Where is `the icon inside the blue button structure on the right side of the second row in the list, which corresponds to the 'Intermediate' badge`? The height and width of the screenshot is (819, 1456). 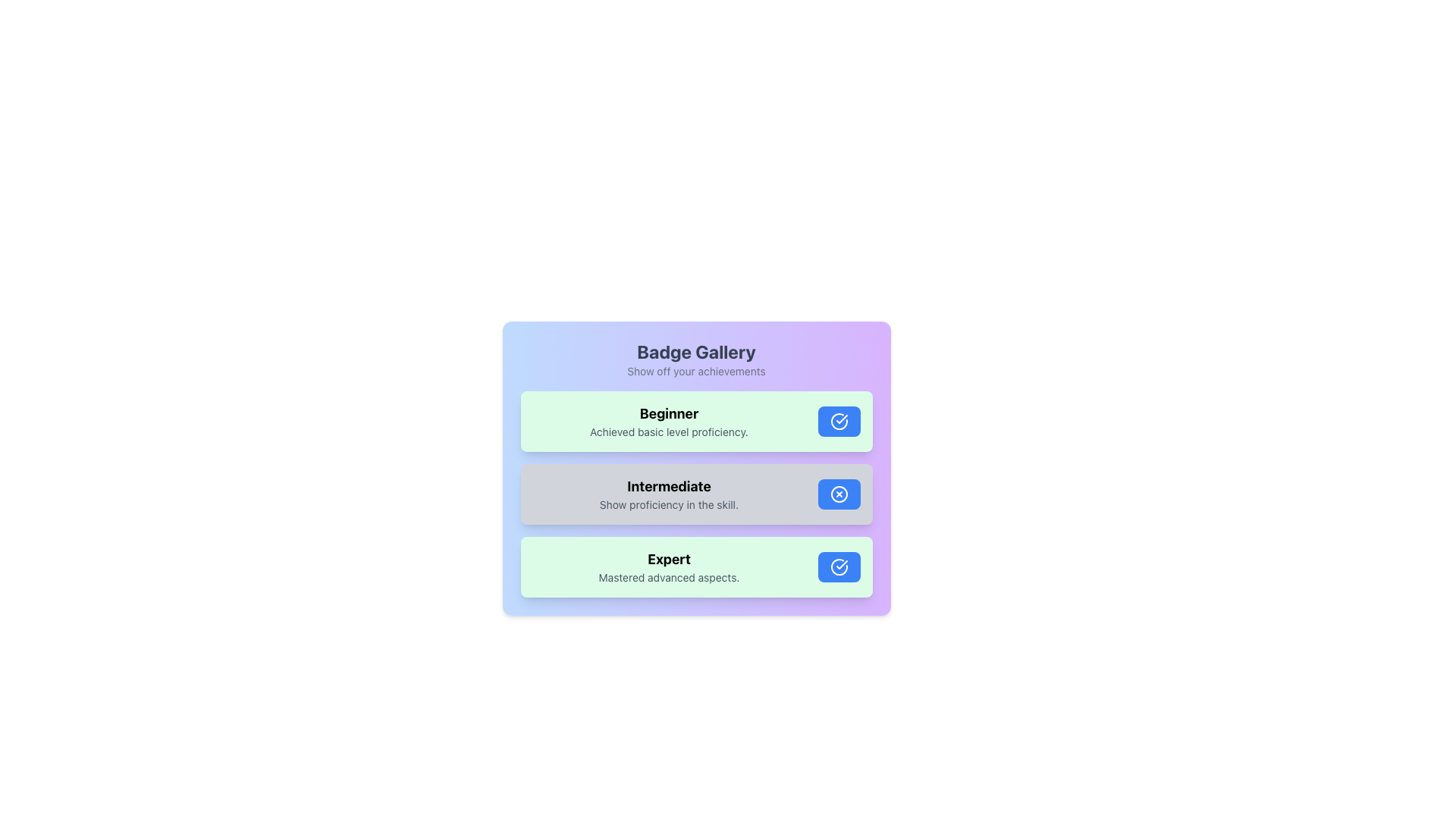
the icon inside the blue button structure on the right side of the second row in the list, which corresponds to the 'Intermediate' badge is located at coordinates (838, 494).